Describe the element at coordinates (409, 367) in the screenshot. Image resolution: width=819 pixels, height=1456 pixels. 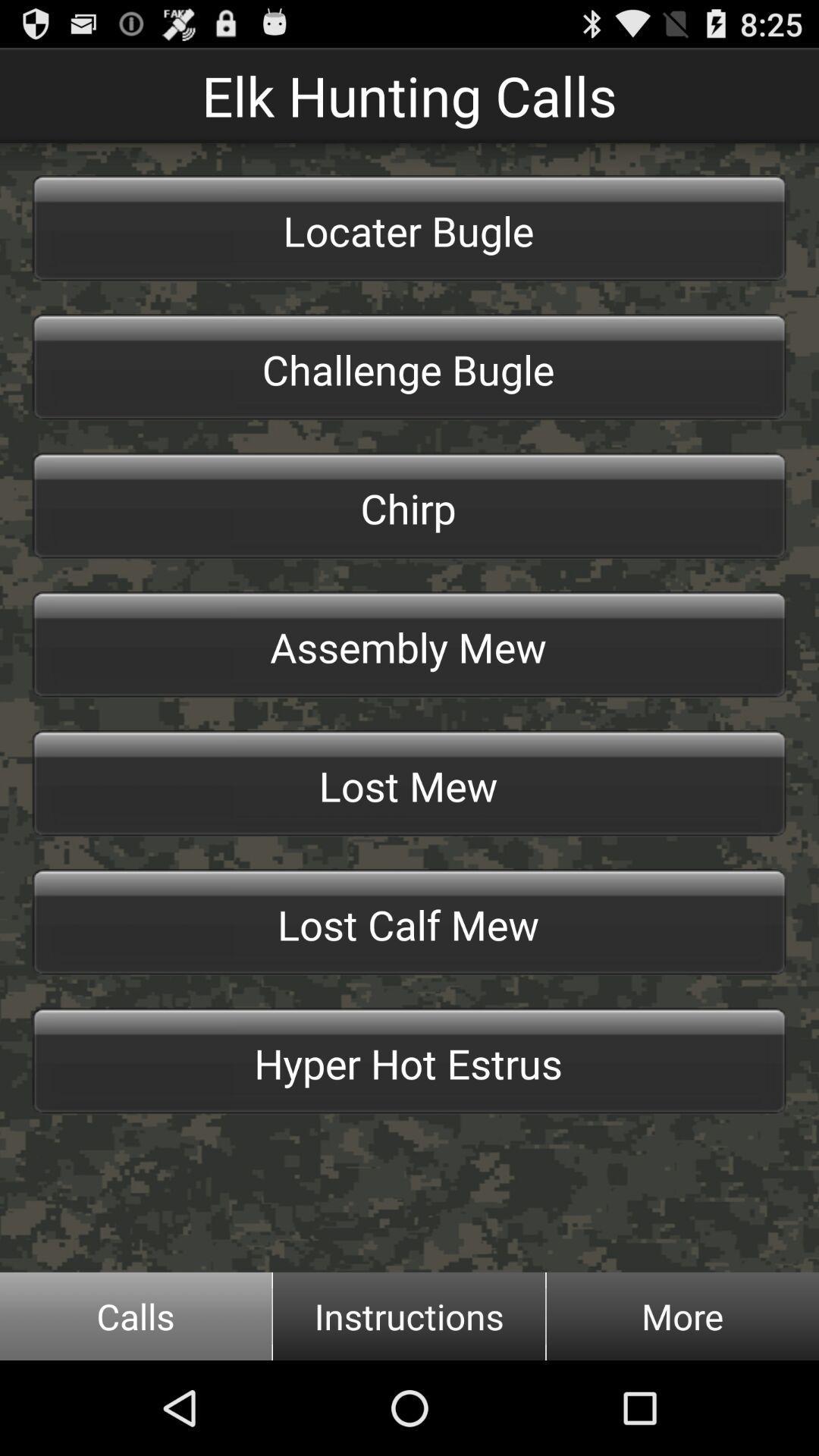
I see `challenge bugle item` at that location.